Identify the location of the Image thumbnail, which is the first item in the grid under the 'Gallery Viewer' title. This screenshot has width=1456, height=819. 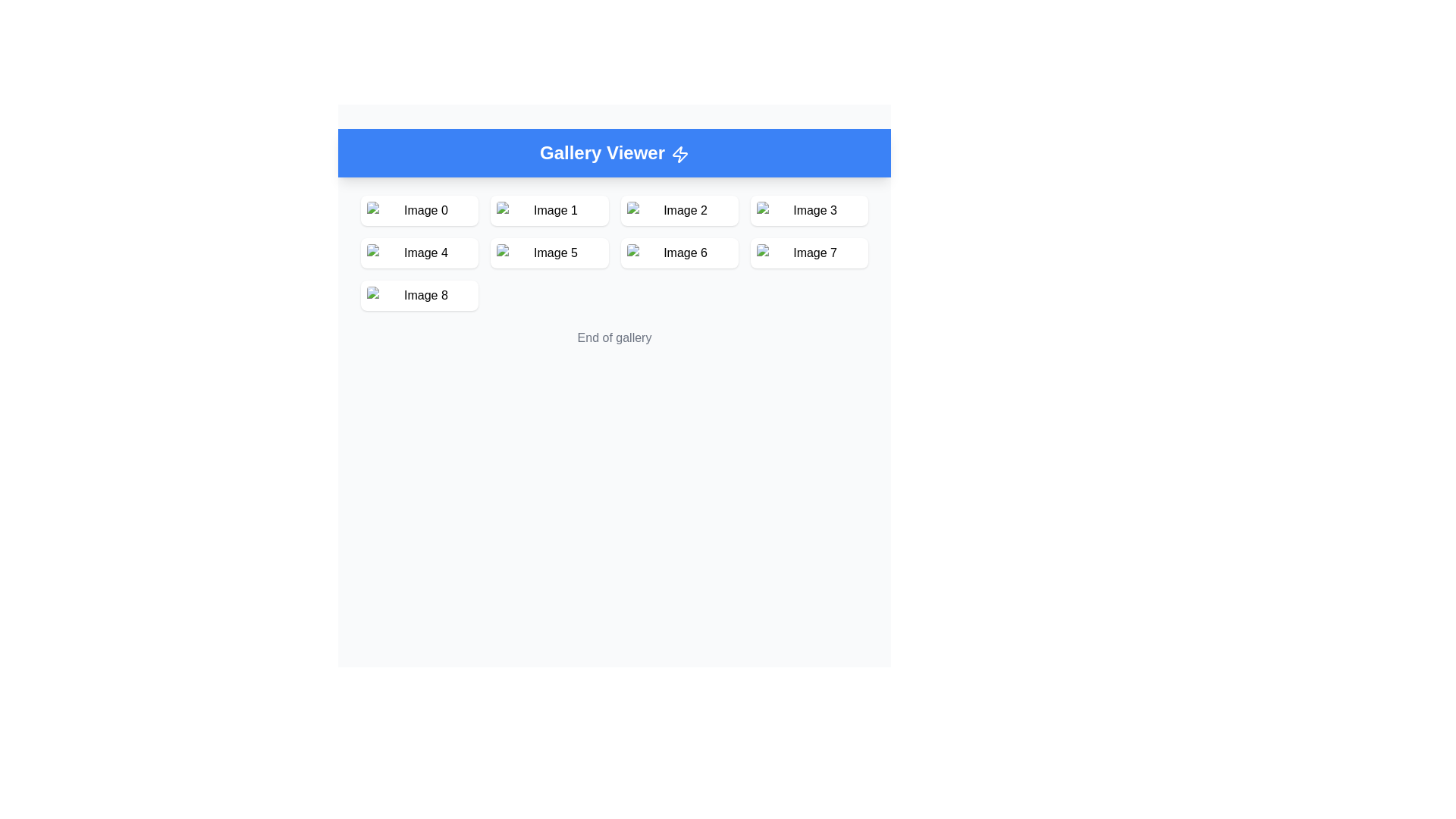
(419, 210).